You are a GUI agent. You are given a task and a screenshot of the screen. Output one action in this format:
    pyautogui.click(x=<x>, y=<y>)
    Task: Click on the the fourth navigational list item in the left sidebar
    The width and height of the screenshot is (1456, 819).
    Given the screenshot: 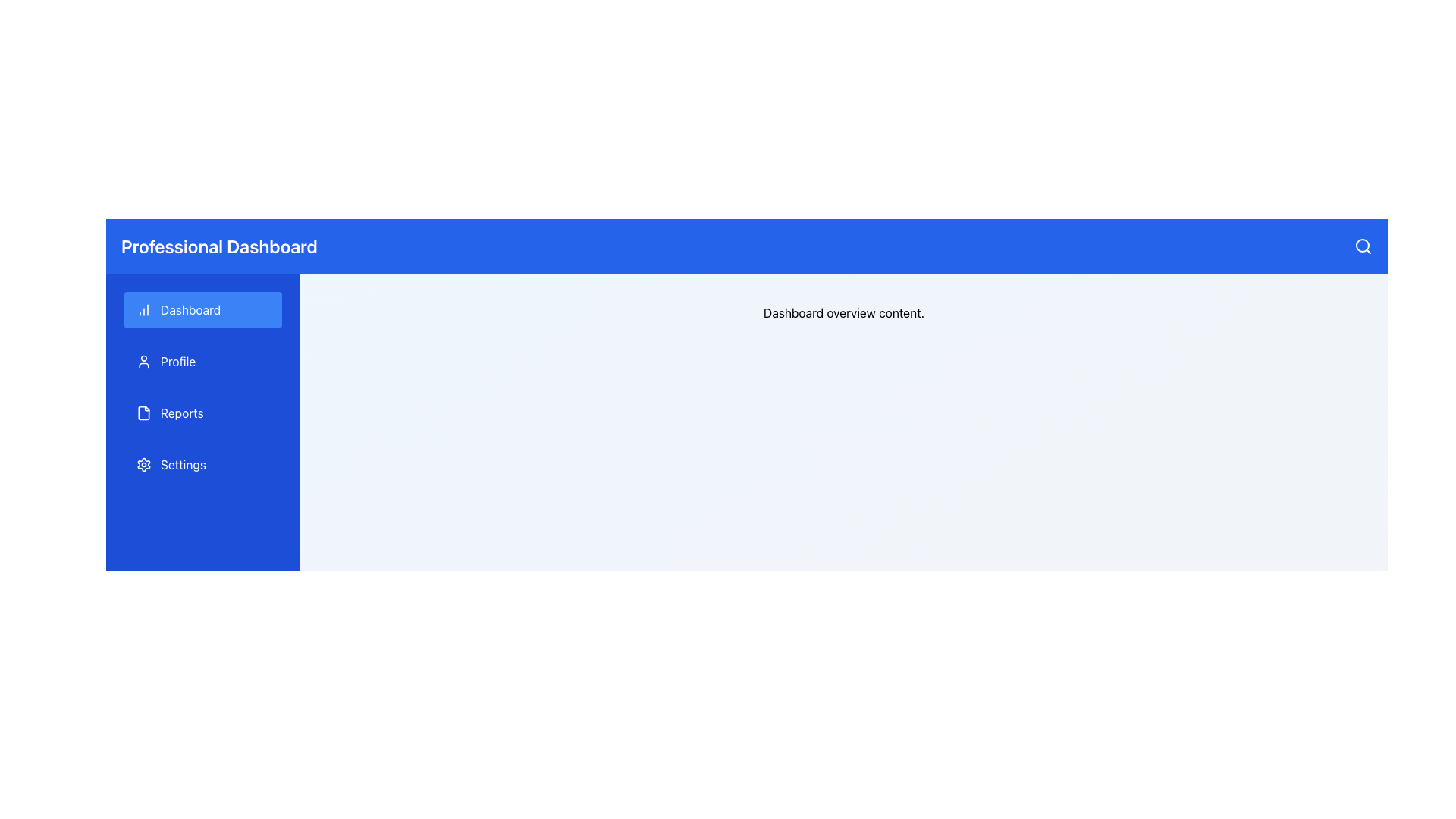 What is the action you would take?
    pyautogui.click(x=202, y=464)
    